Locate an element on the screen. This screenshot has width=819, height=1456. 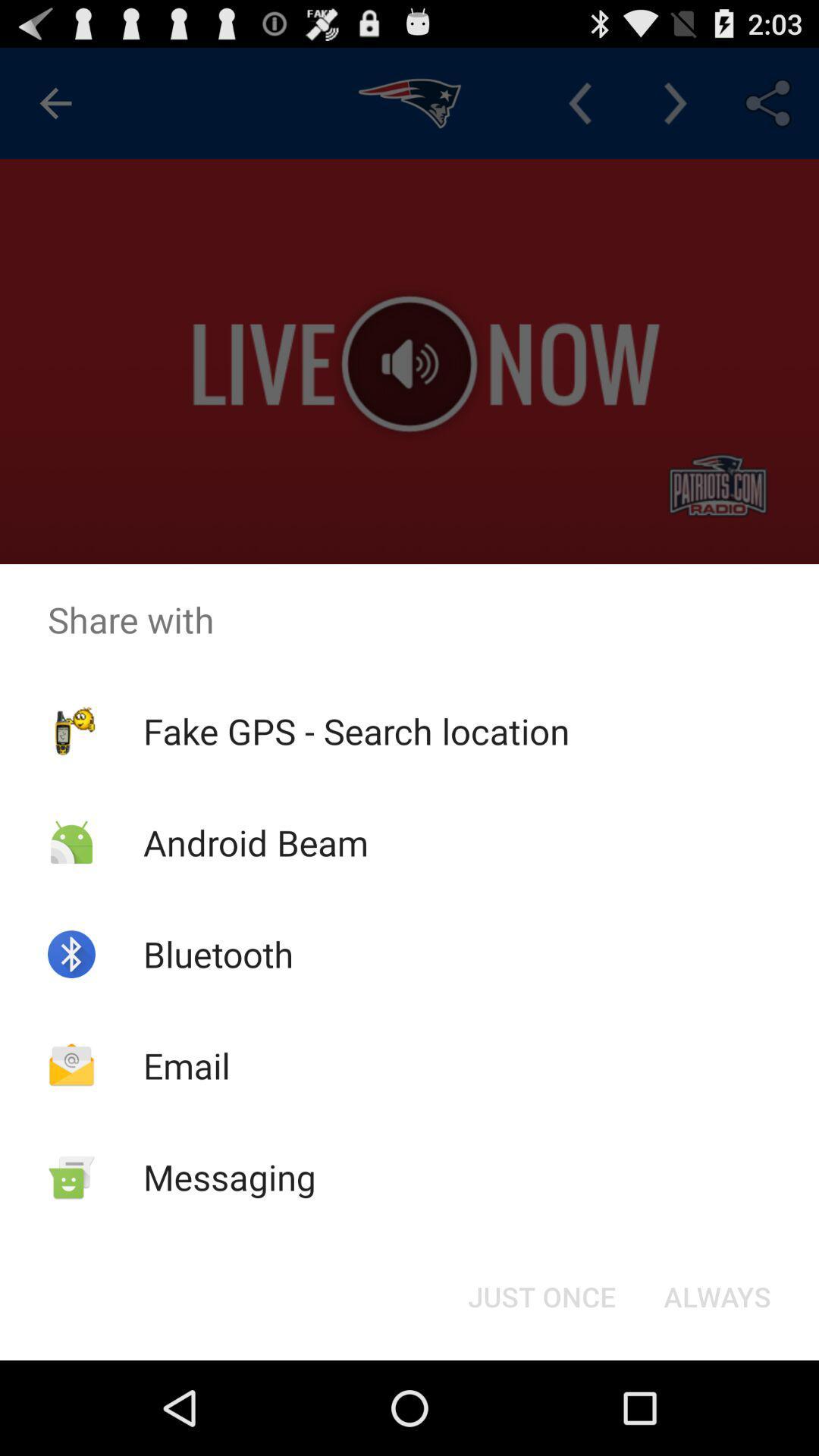
bluetooth item is located at coordinates (218, 953).